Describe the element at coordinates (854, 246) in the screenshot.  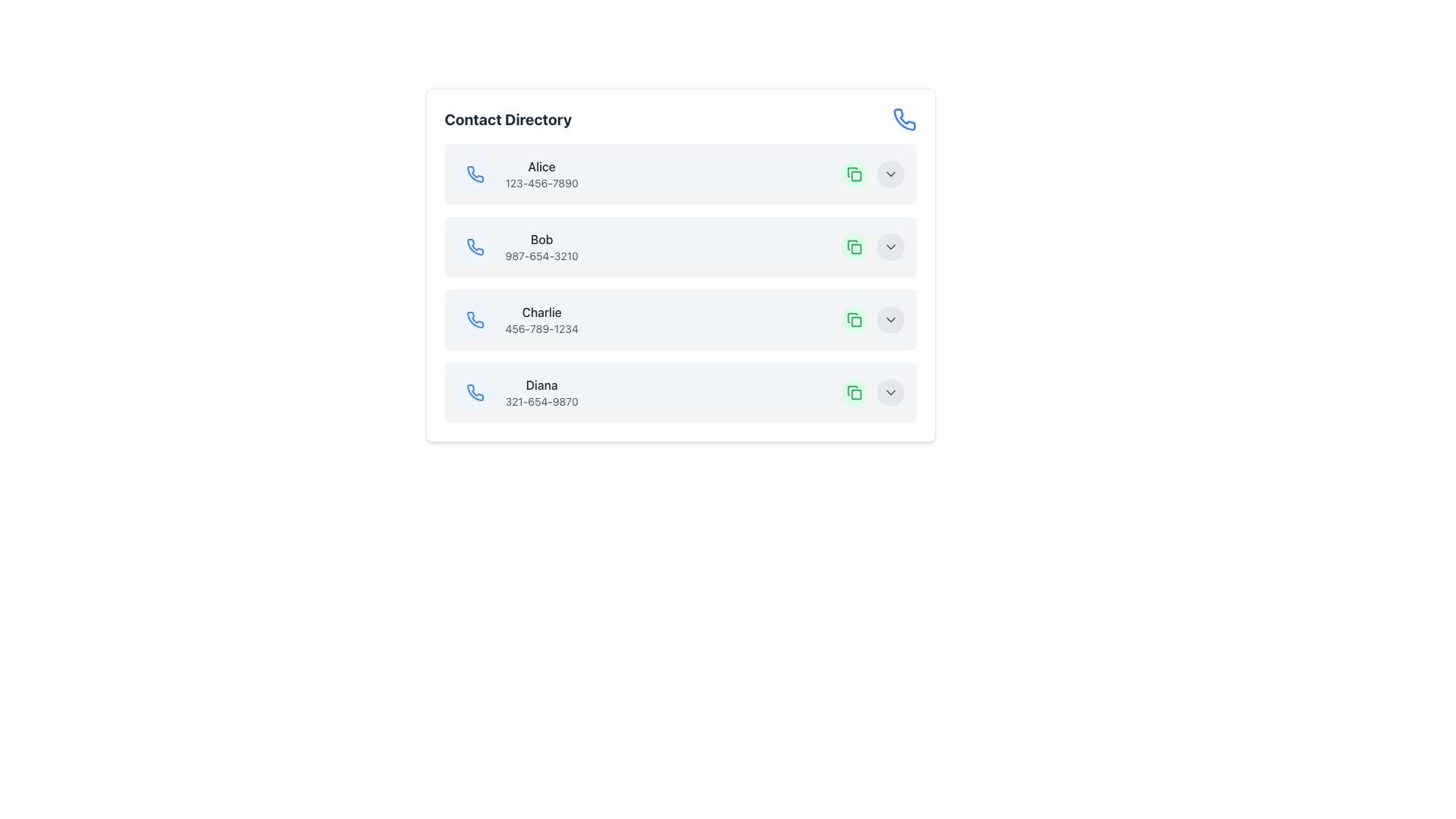
I see `the copy button for the contact entry labeled 'Bob' located in the second row of the contact directory list to copy the associated information to the clipboard` at that location.